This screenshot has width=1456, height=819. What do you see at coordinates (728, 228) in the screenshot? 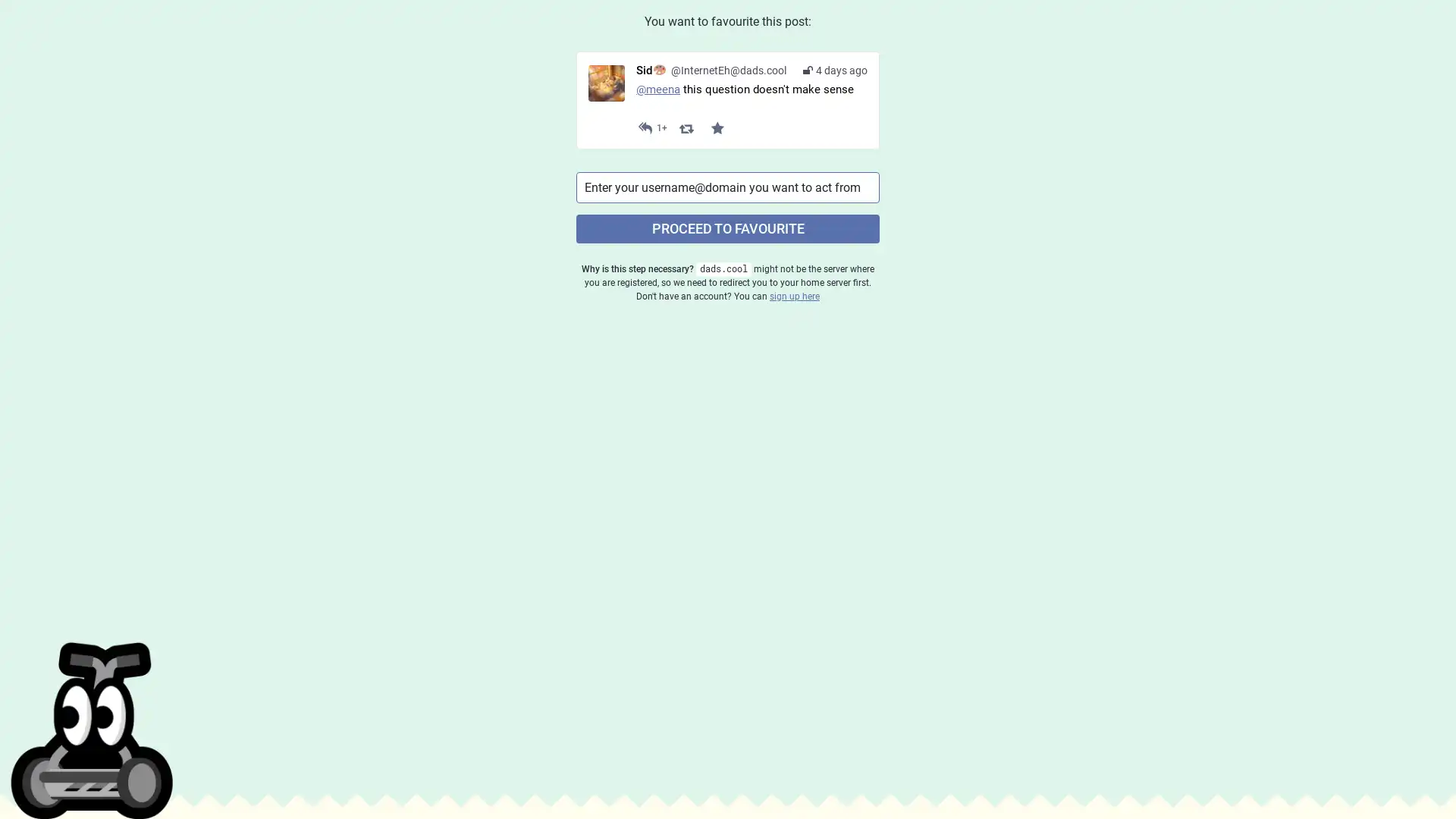
I see `PROCEED TO FAVOURITE` at bounding box center [728, 228].